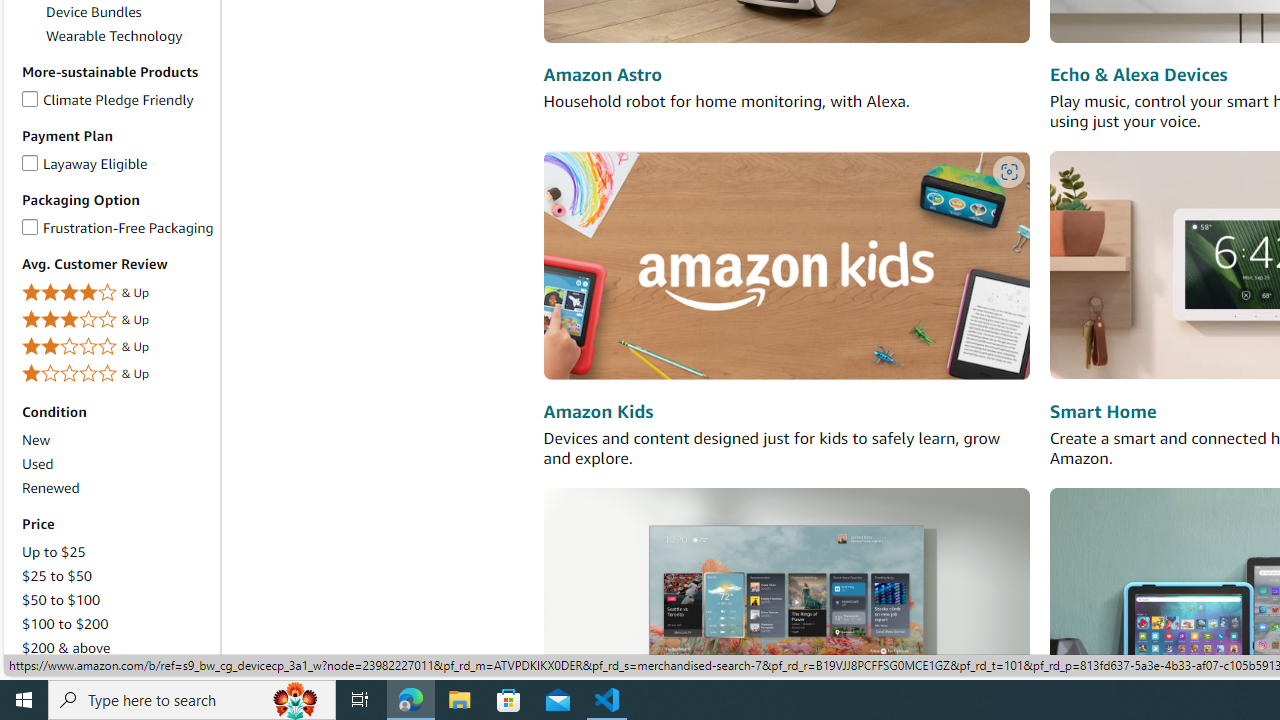 The height and width of the screenshot is (720, 1280). I want to click on '$200 & above', so click(66, 648).